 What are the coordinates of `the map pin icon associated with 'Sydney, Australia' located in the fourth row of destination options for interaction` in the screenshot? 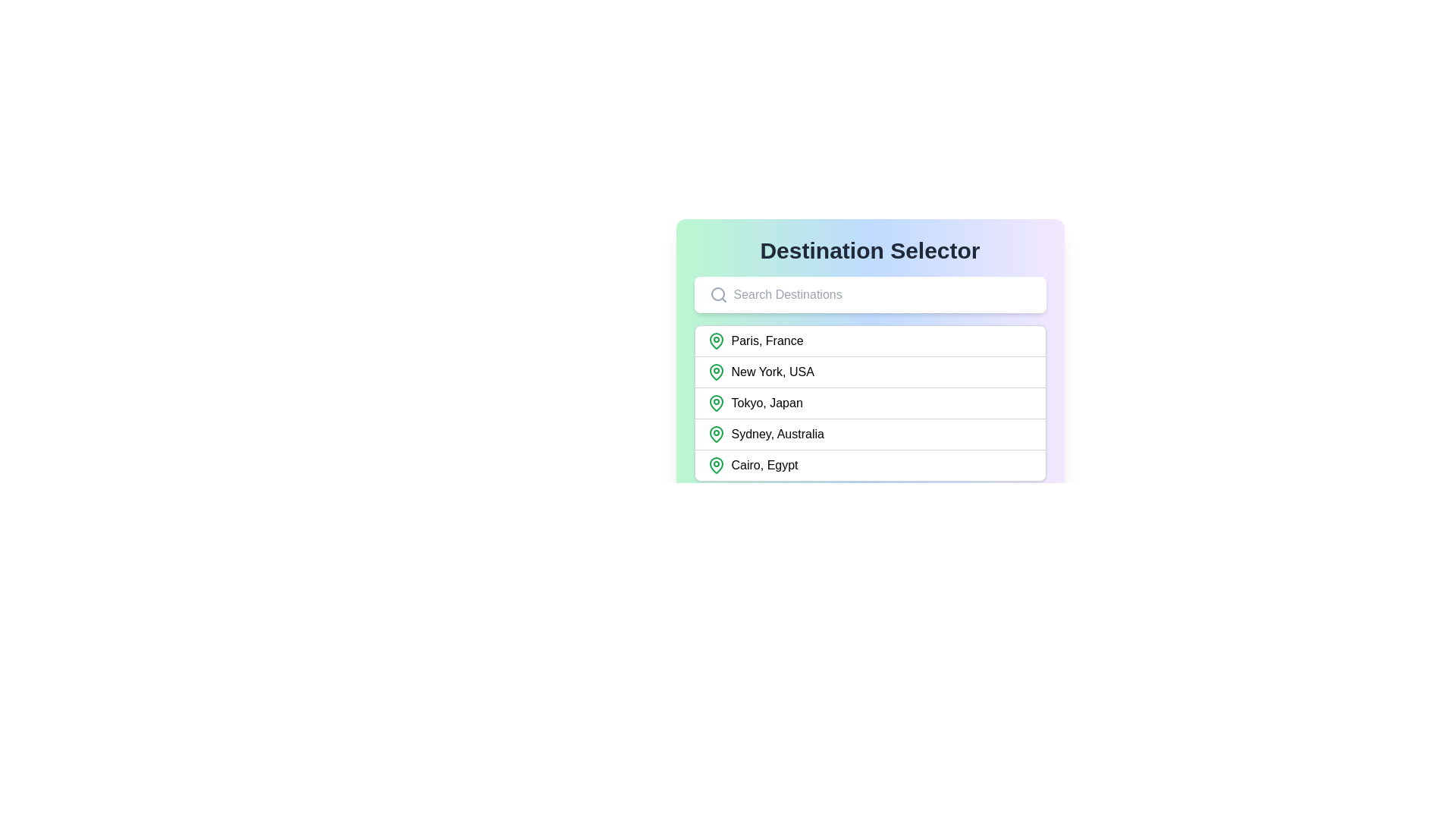 It's located at (715, 435).